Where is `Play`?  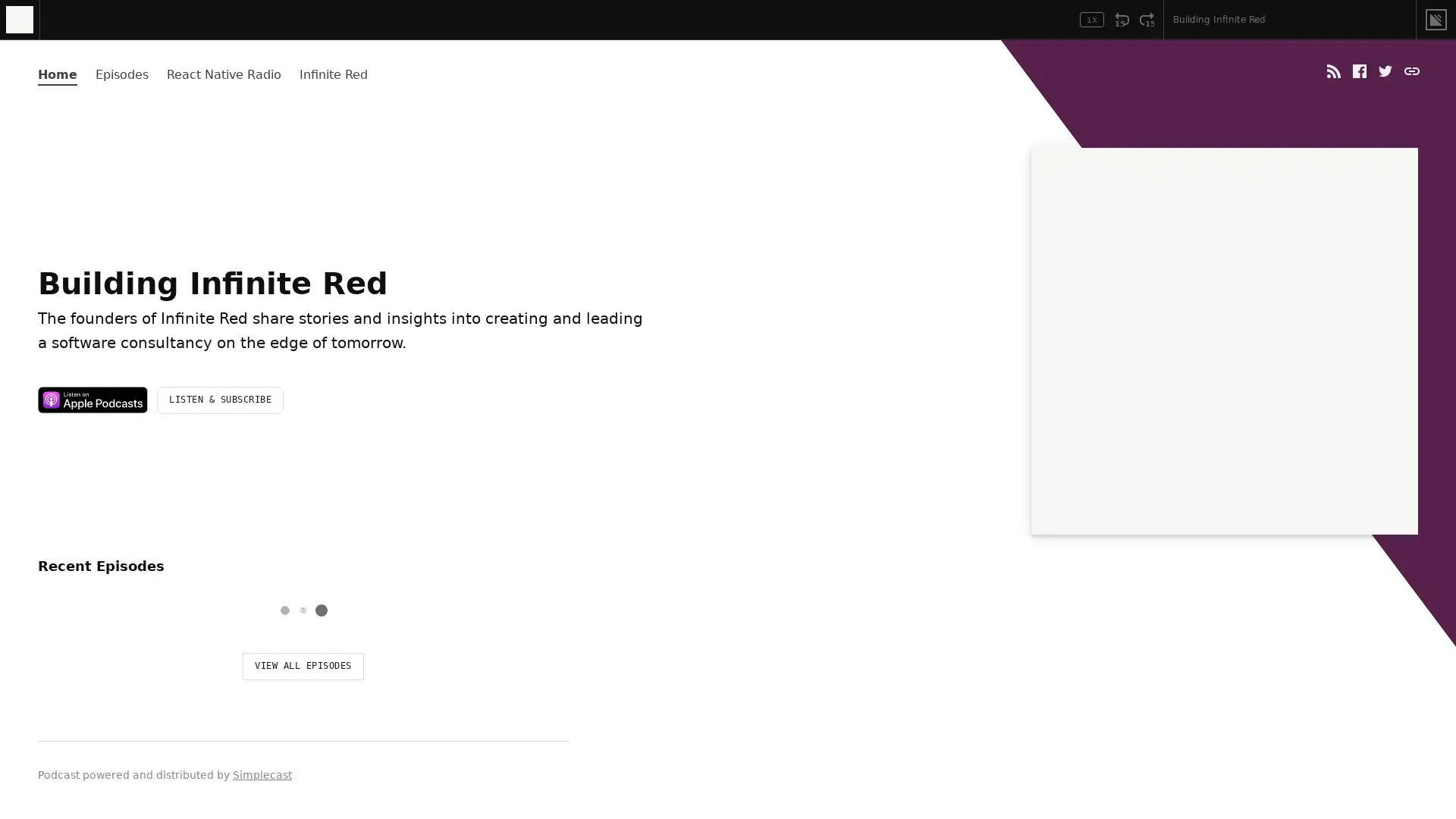
Play is located at coordinates (58, 20).